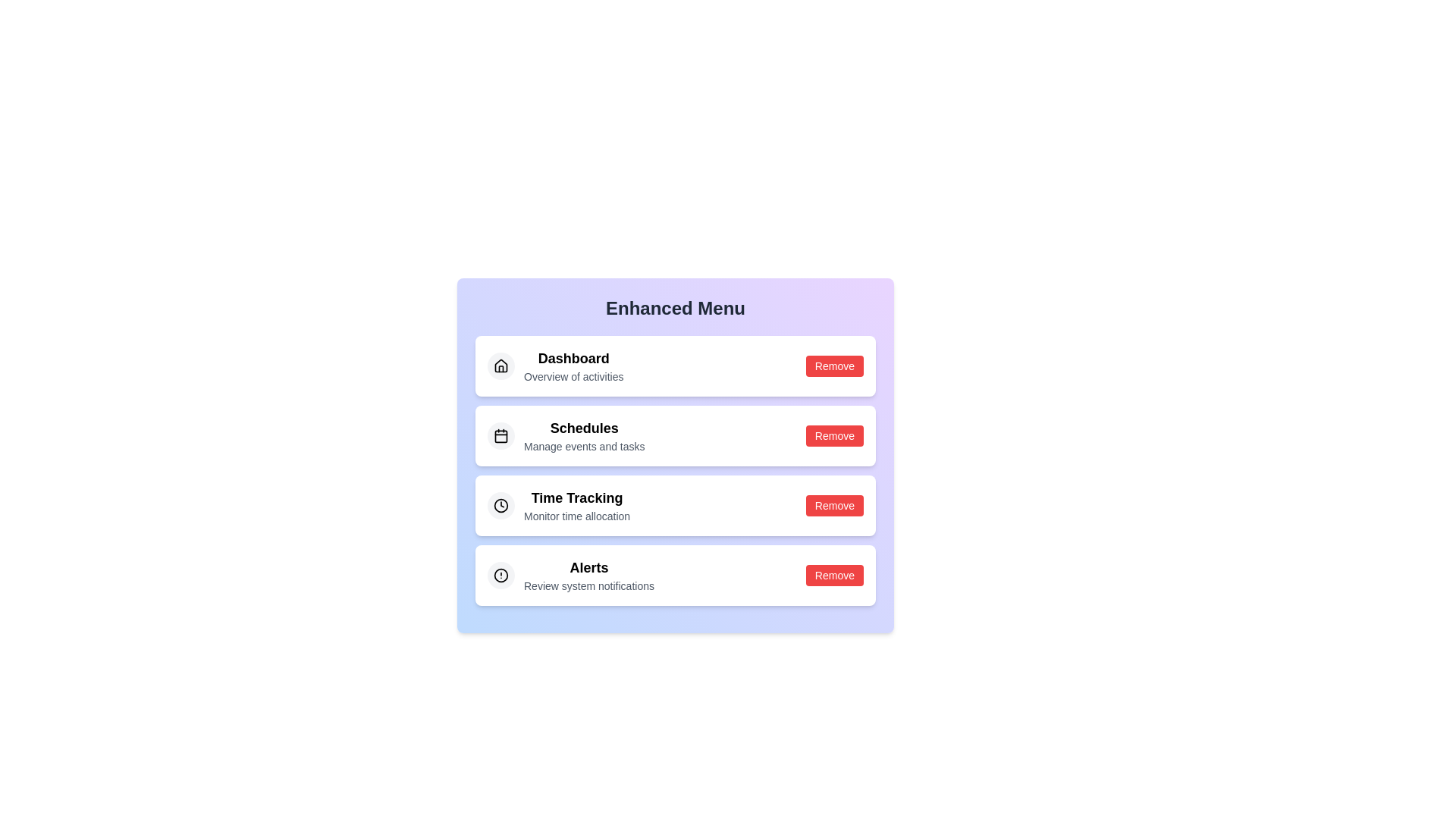 Image resolution: width=1456 pixels, height=819 pixels. I want to click on the 'Remove' button for the item with title Time Tracking, so click(833, 506).